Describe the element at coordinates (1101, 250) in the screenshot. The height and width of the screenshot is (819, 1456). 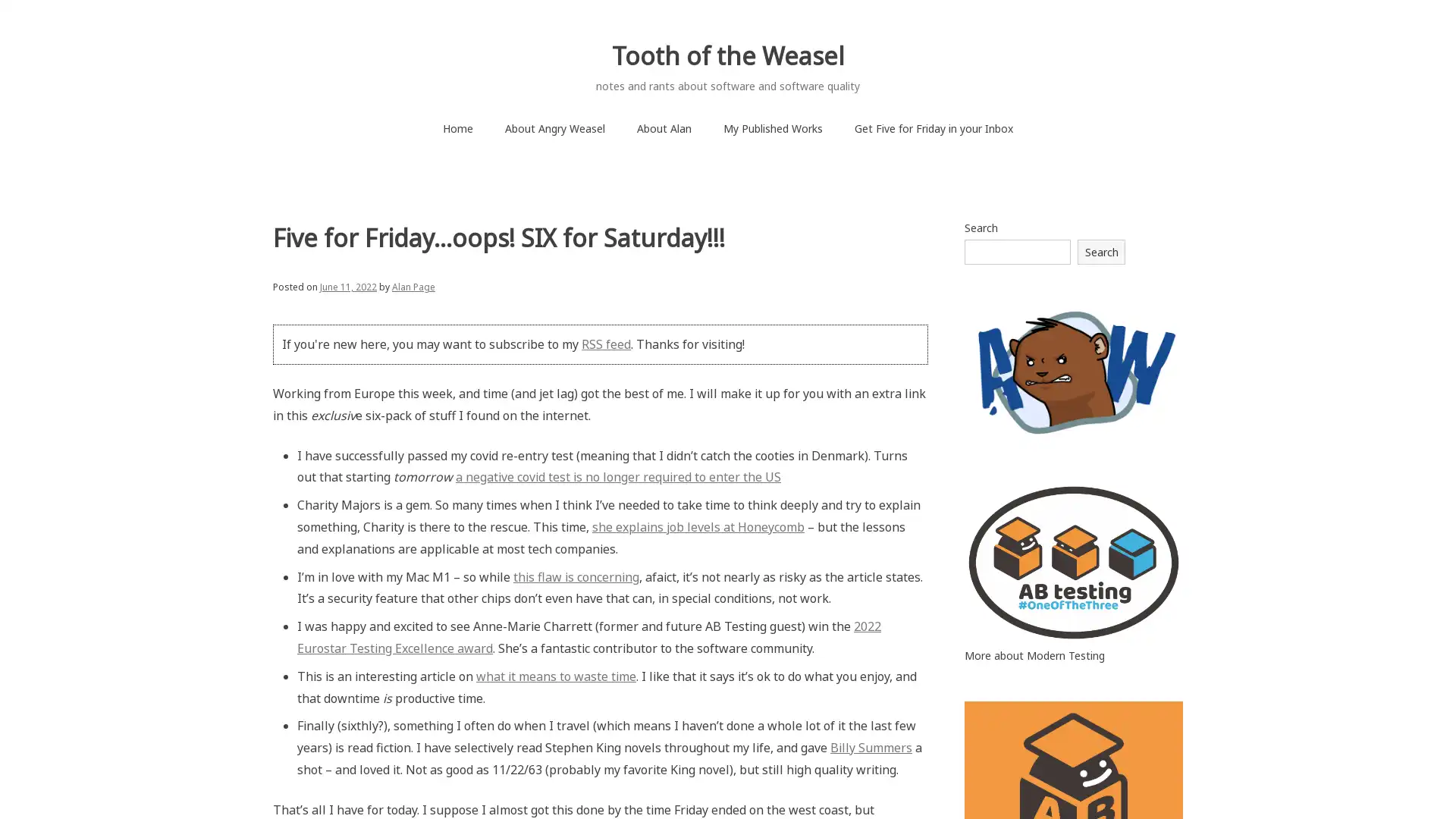
I see `Search` at that location.